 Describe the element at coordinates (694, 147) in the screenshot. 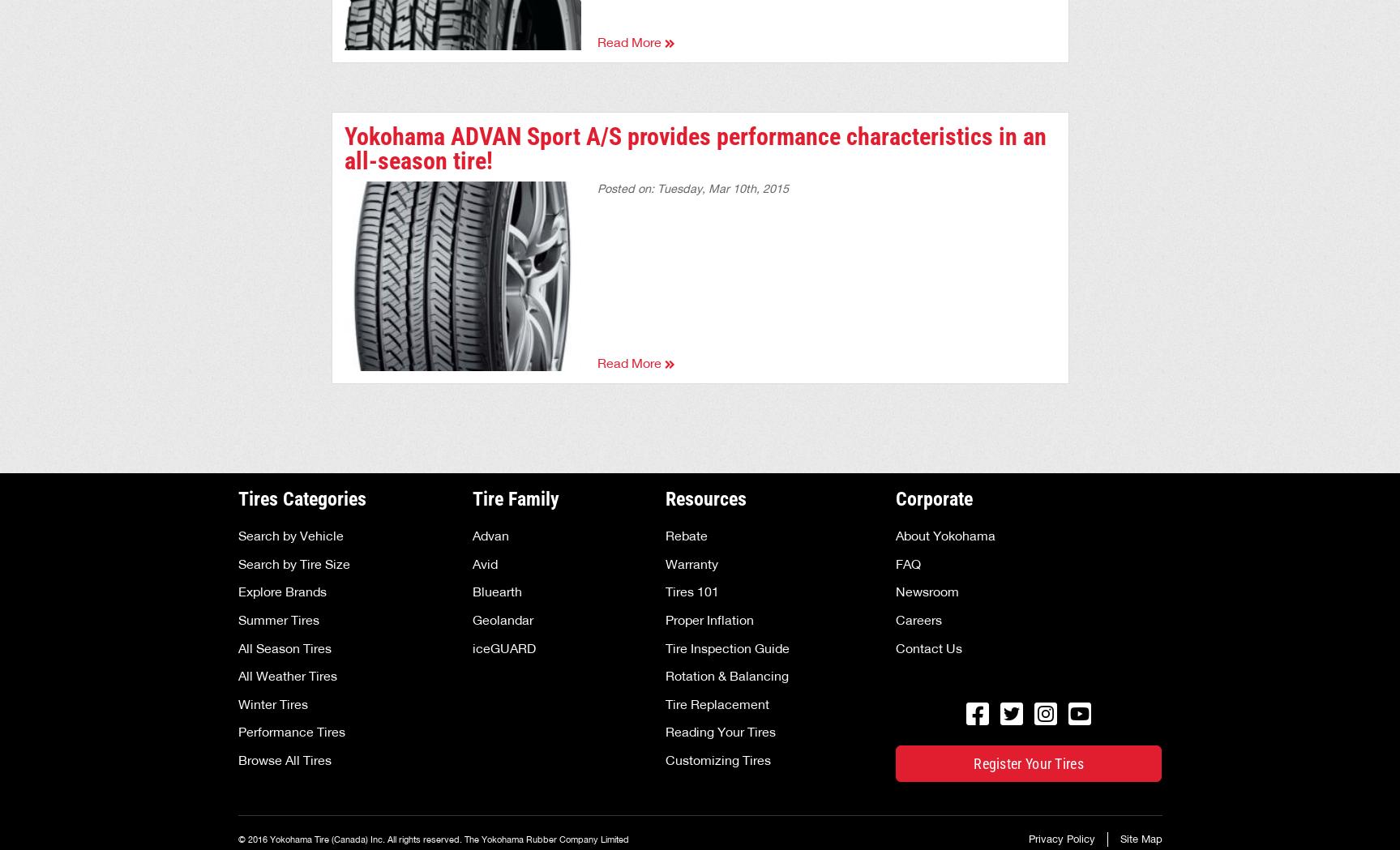

I see `'Yokohama ADVAN Sport A/S provides performance characteristics in an all-season tire!'` at that location.